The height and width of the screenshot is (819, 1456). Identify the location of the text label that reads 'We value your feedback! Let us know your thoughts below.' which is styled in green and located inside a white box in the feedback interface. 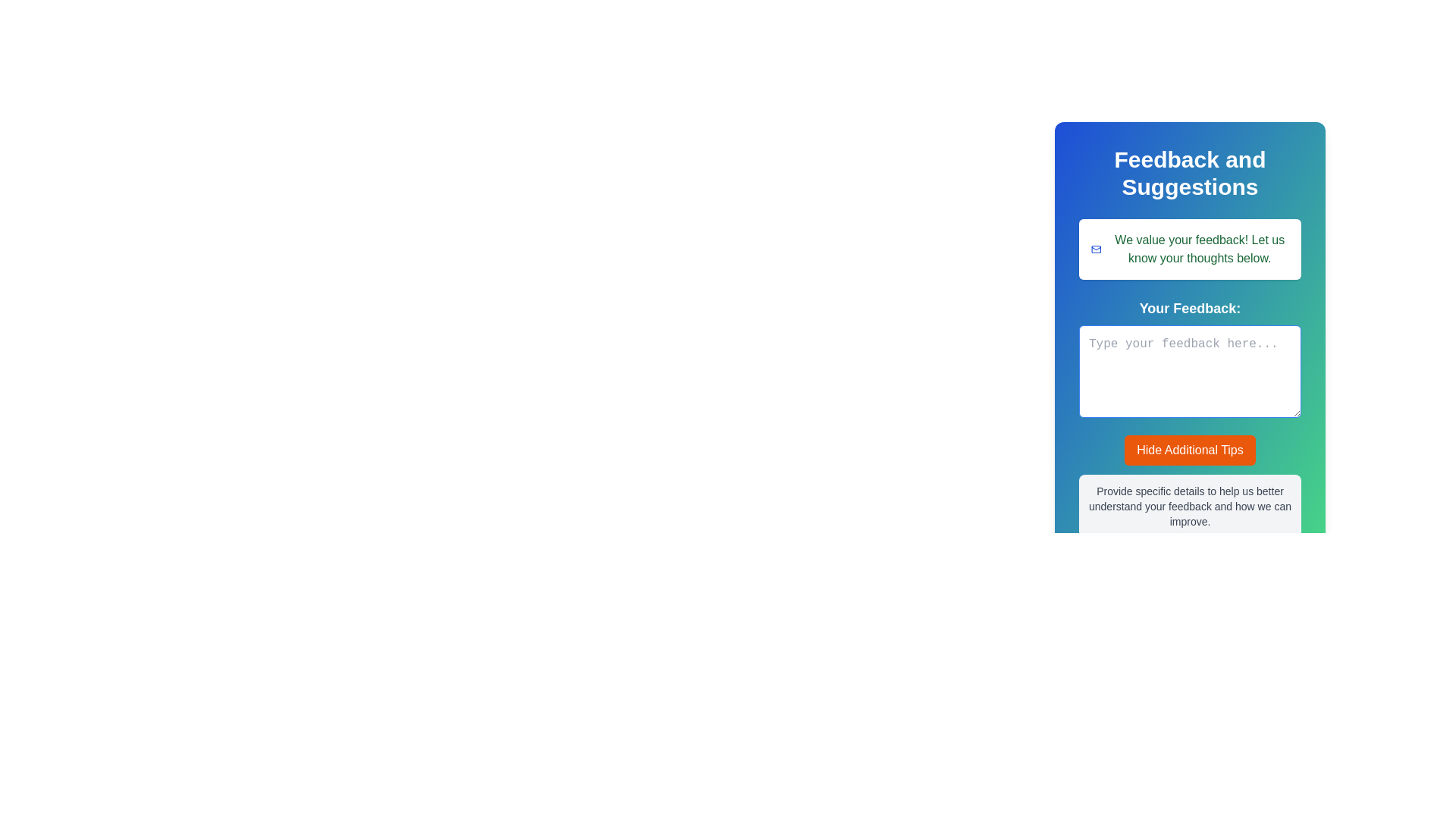
(1199, 248).